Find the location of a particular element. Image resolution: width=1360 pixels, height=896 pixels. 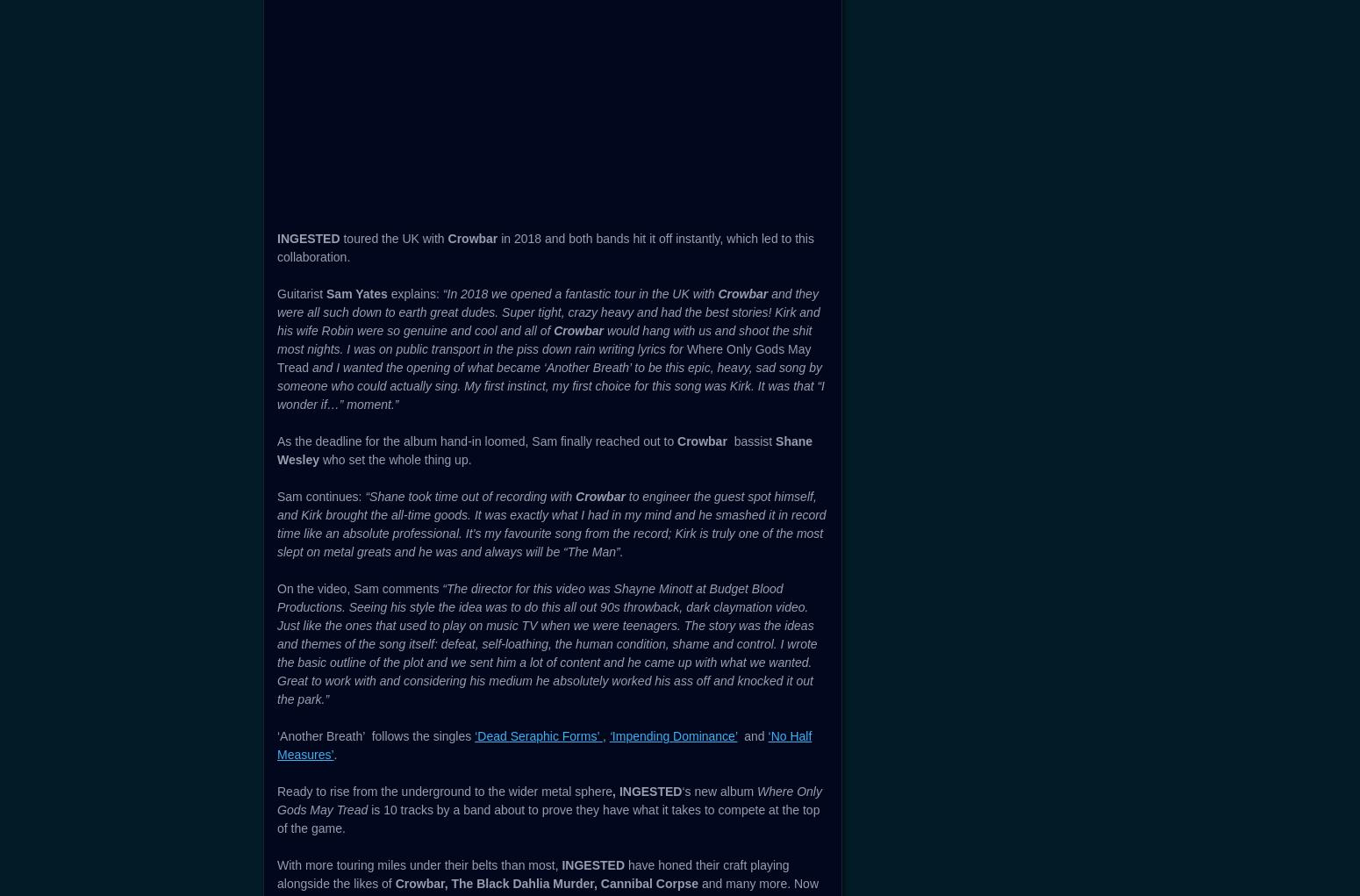

', along with a stunning animated music video. This is the fourth single taken from new album' is located at coordinates (545, 314).